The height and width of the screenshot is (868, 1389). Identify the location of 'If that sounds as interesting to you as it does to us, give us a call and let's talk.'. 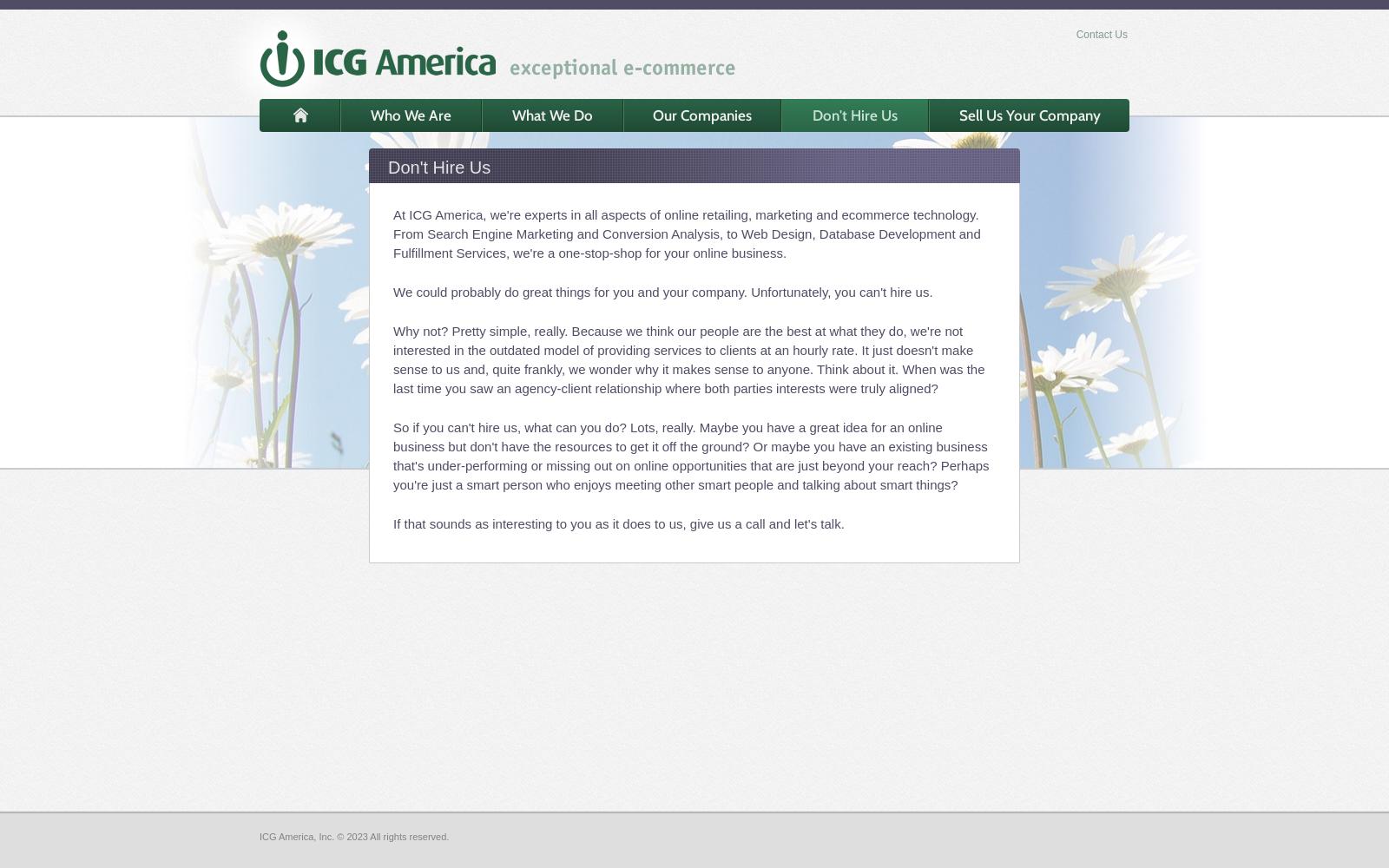
(618, 523).